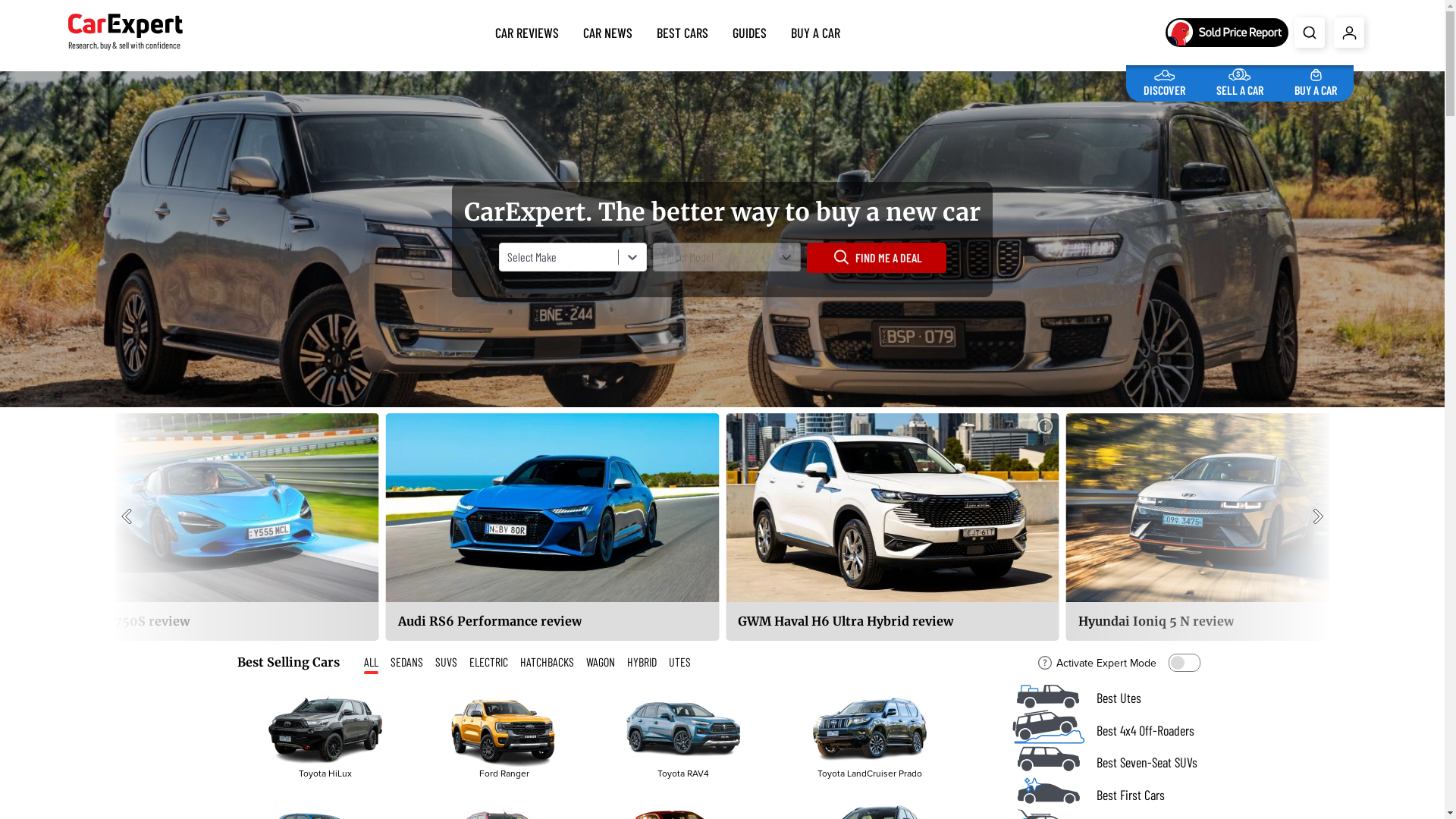 This screenshot has width=1456, height=819. I want to click on 'SELL A CAR', so click(1240, 80).